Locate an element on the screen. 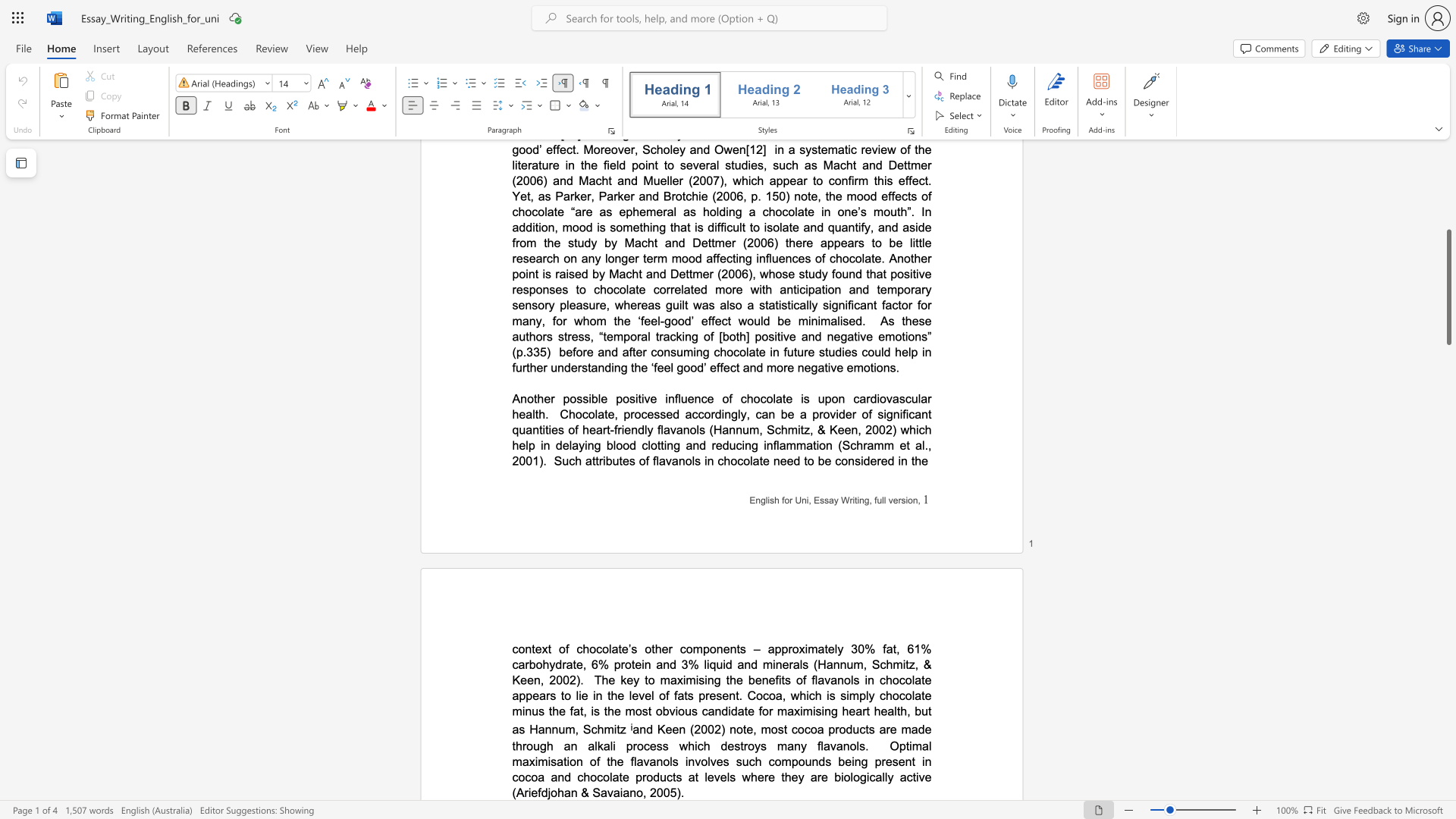 The image size is (1456, 819). the scrollbar on the right side to scroll the page up is located at coordinates (1448, 234).